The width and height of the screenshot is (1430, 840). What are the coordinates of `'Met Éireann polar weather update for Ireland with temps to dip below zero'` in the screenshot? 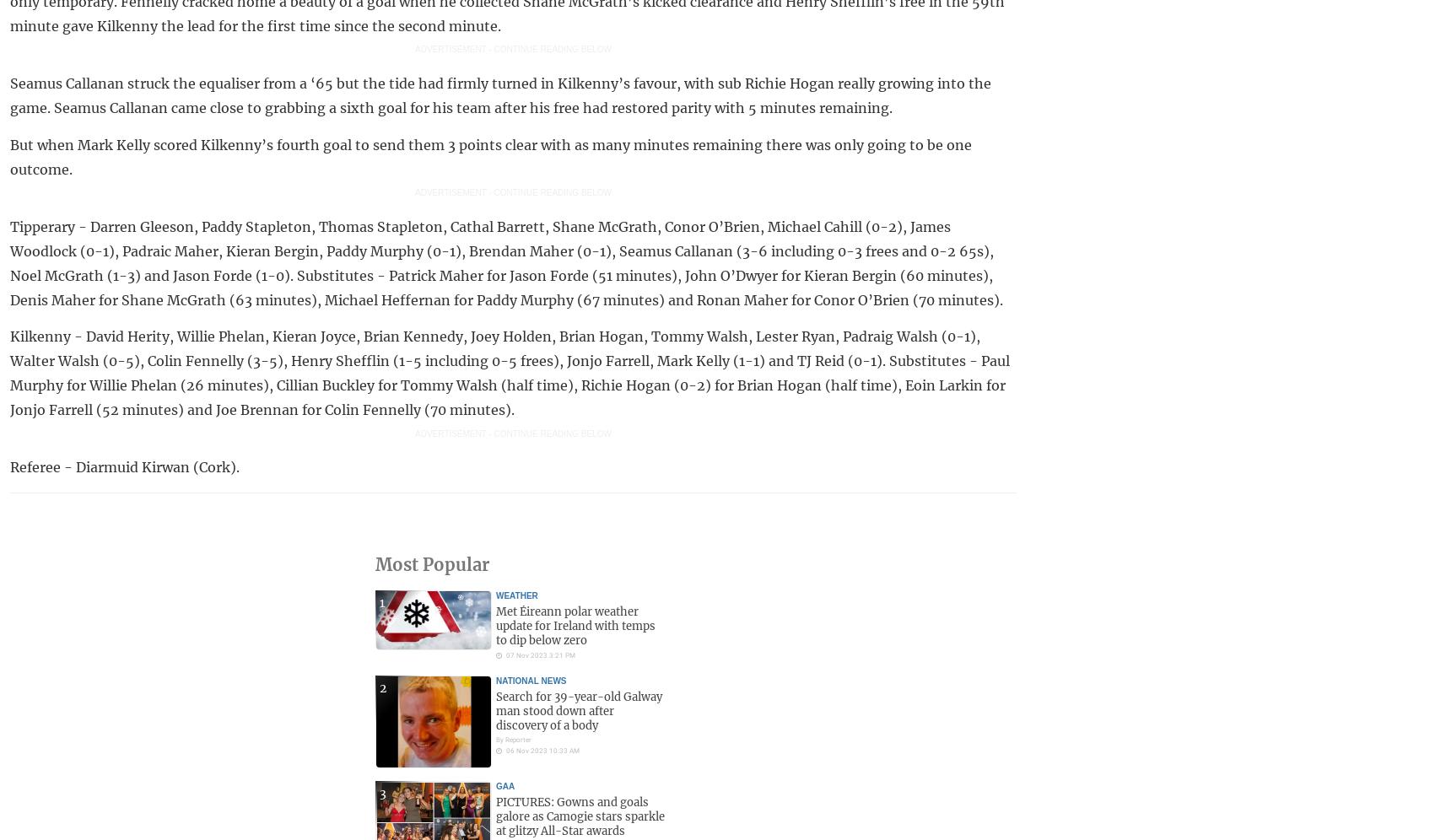 It's located at (495, 625).